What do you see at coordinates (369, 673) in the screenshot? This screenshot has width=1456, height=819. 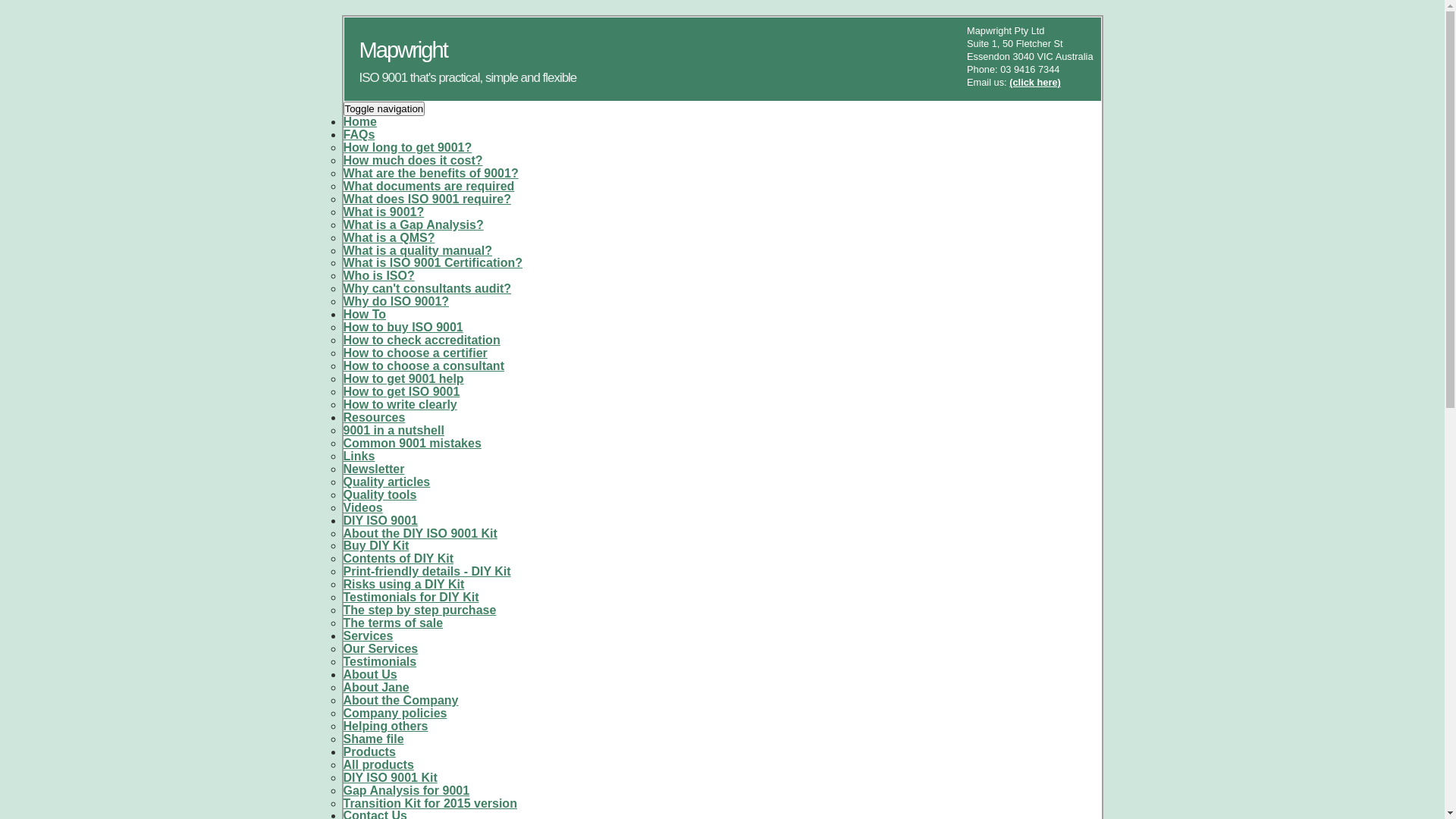 I see `'About Us'` at bounding box center [369, 673].